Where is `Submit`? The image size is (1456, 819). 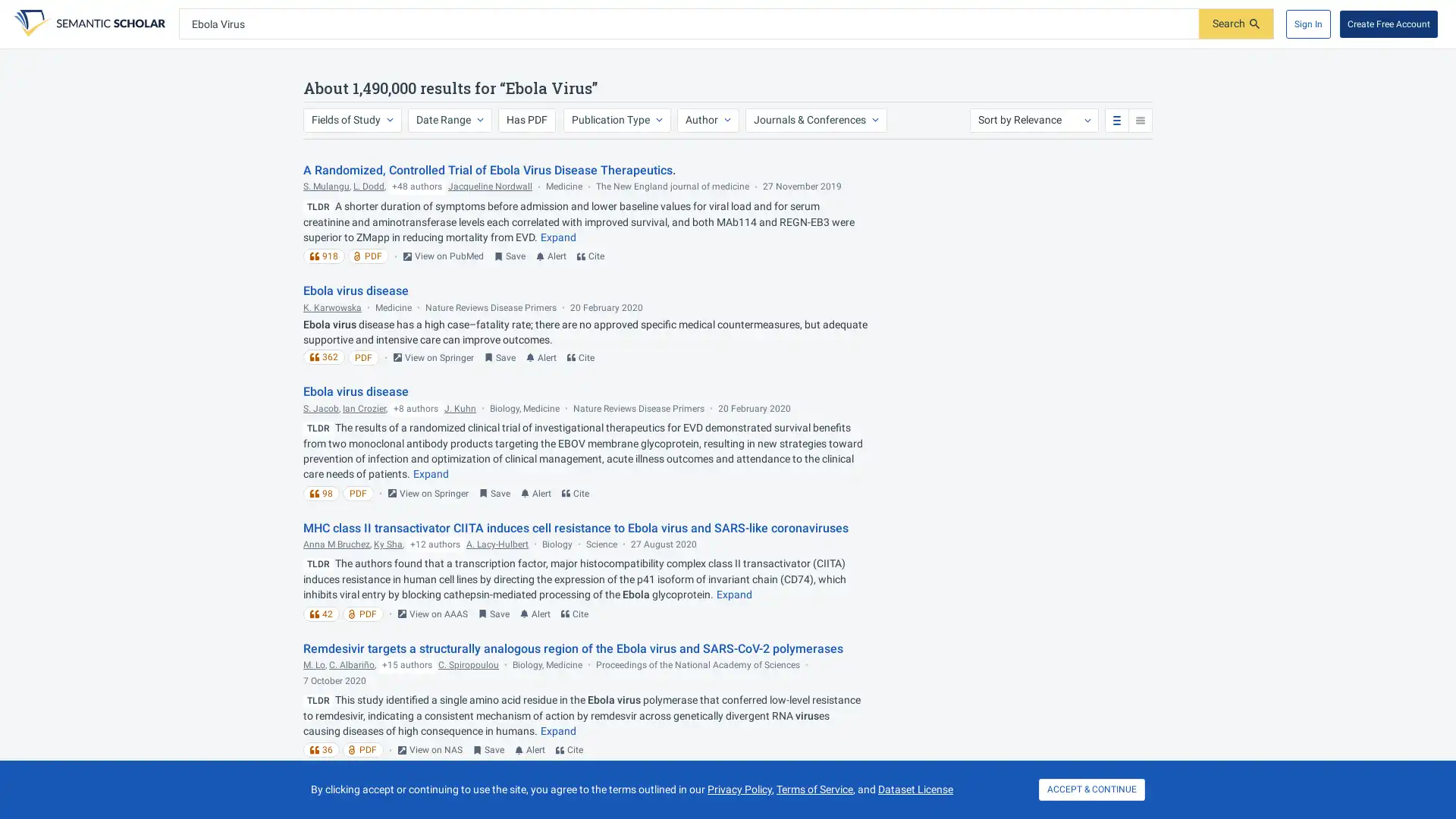 Submit is located at coordinates (1236, 24).